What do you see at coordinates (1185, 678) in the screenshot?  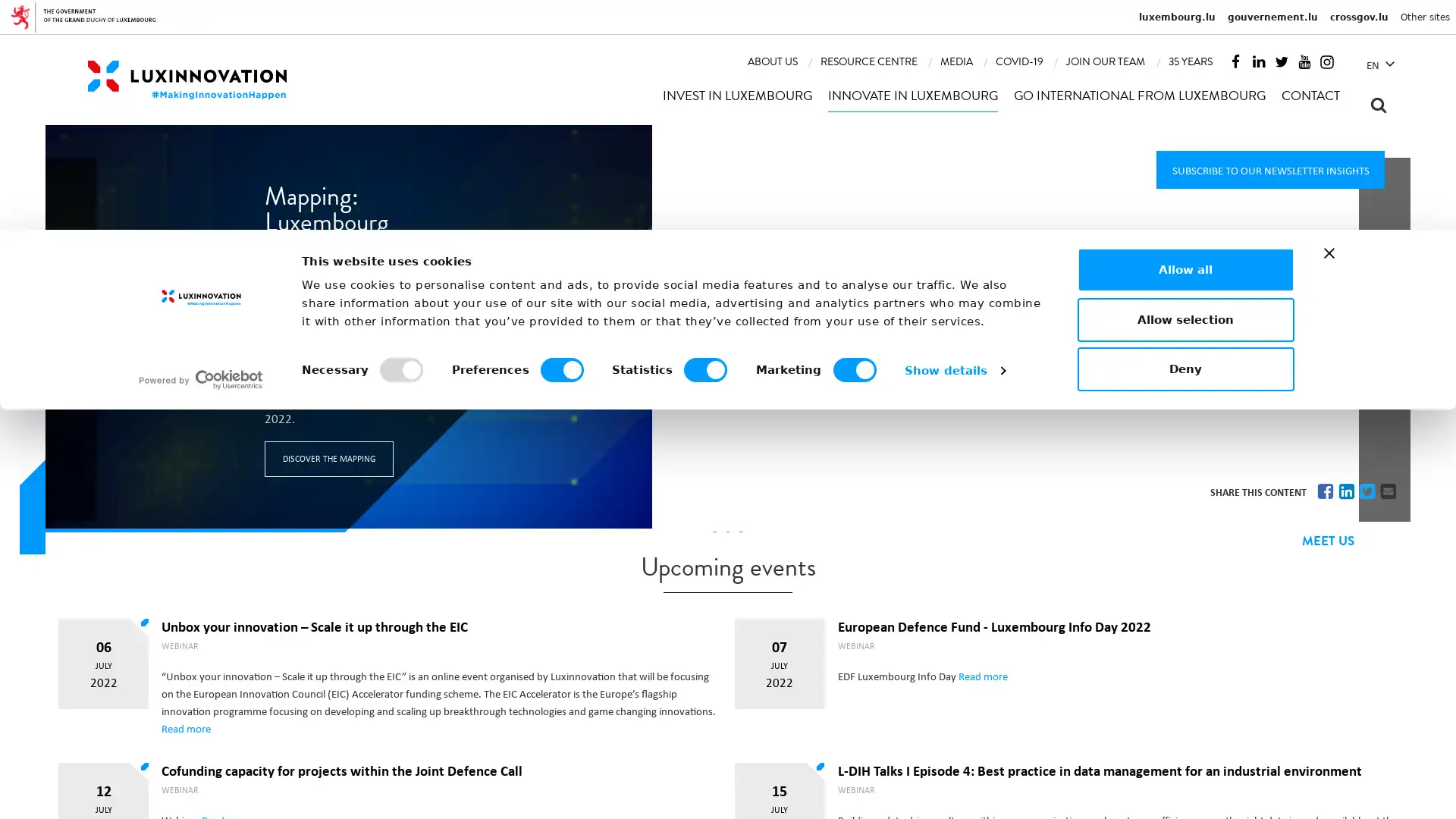 I see `Allow all` at bounding box center [1185, 678].